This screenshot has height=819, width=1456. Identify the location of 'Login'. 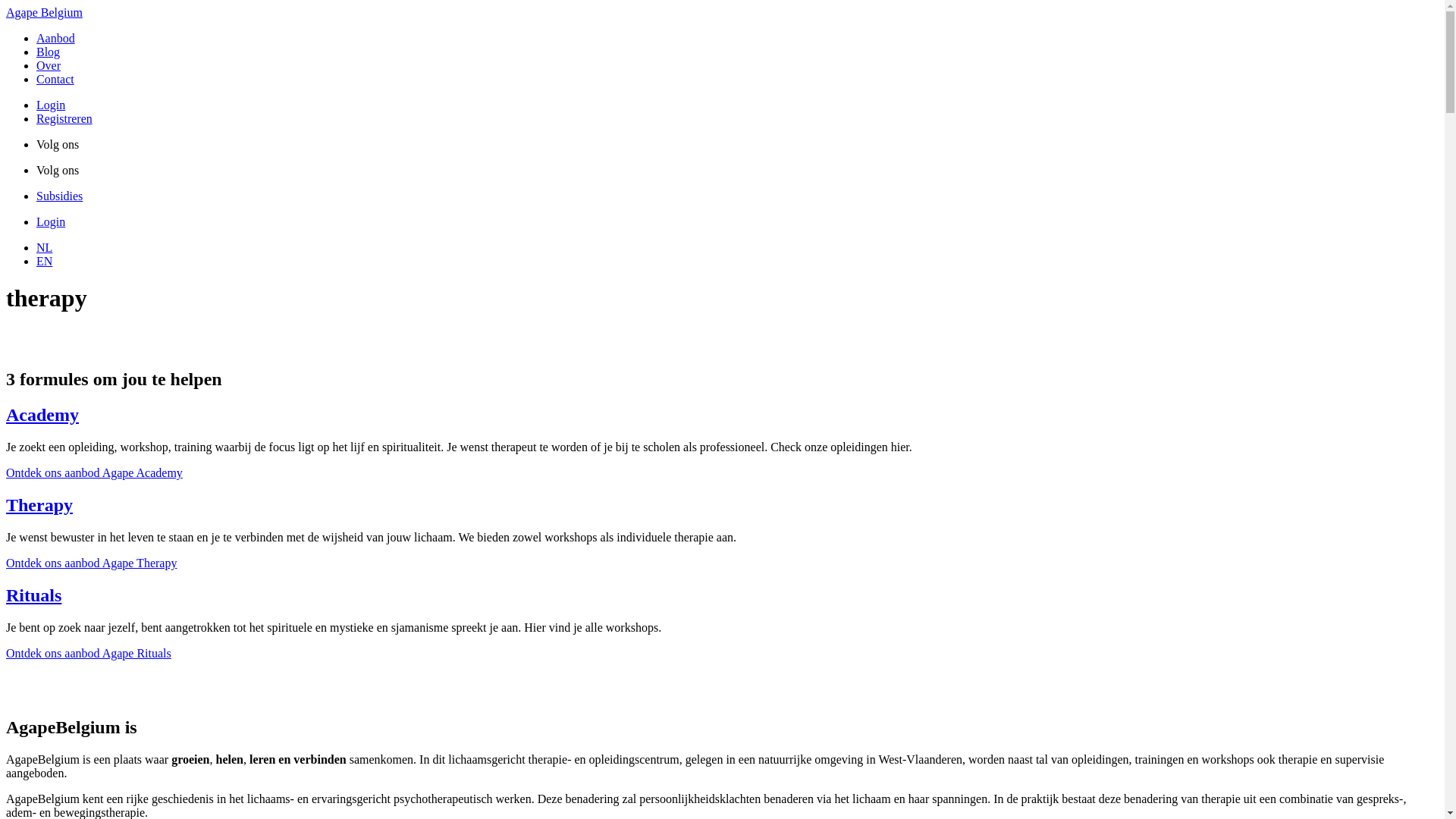
(51, 104).